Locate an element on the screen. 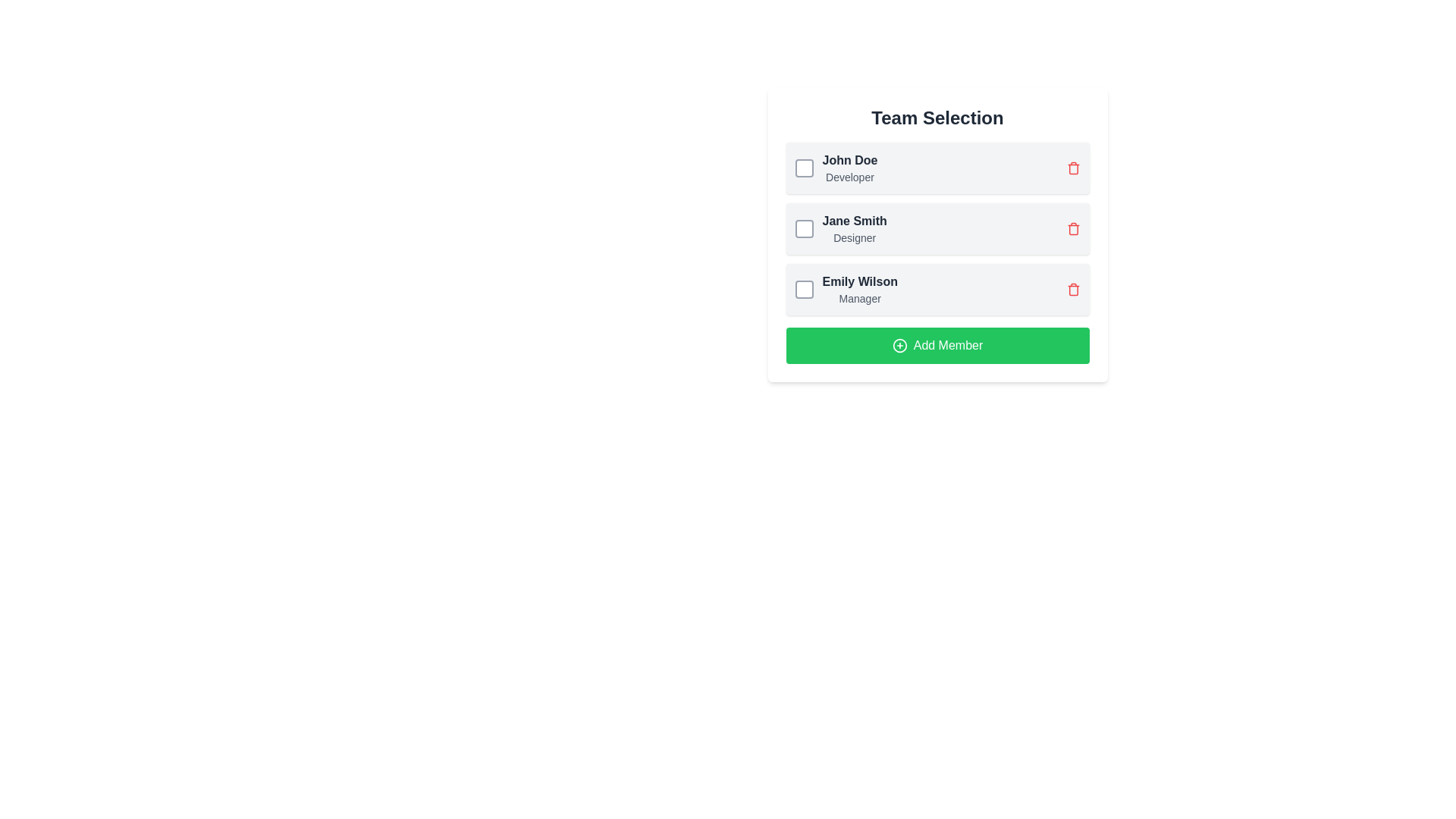 This screenshot has height=819, width=1456. the checkbox located to the left of the text display component featuring 'John Doe' as the headline and 'Developer' as the subtitle is located at coordinates (833, 168).